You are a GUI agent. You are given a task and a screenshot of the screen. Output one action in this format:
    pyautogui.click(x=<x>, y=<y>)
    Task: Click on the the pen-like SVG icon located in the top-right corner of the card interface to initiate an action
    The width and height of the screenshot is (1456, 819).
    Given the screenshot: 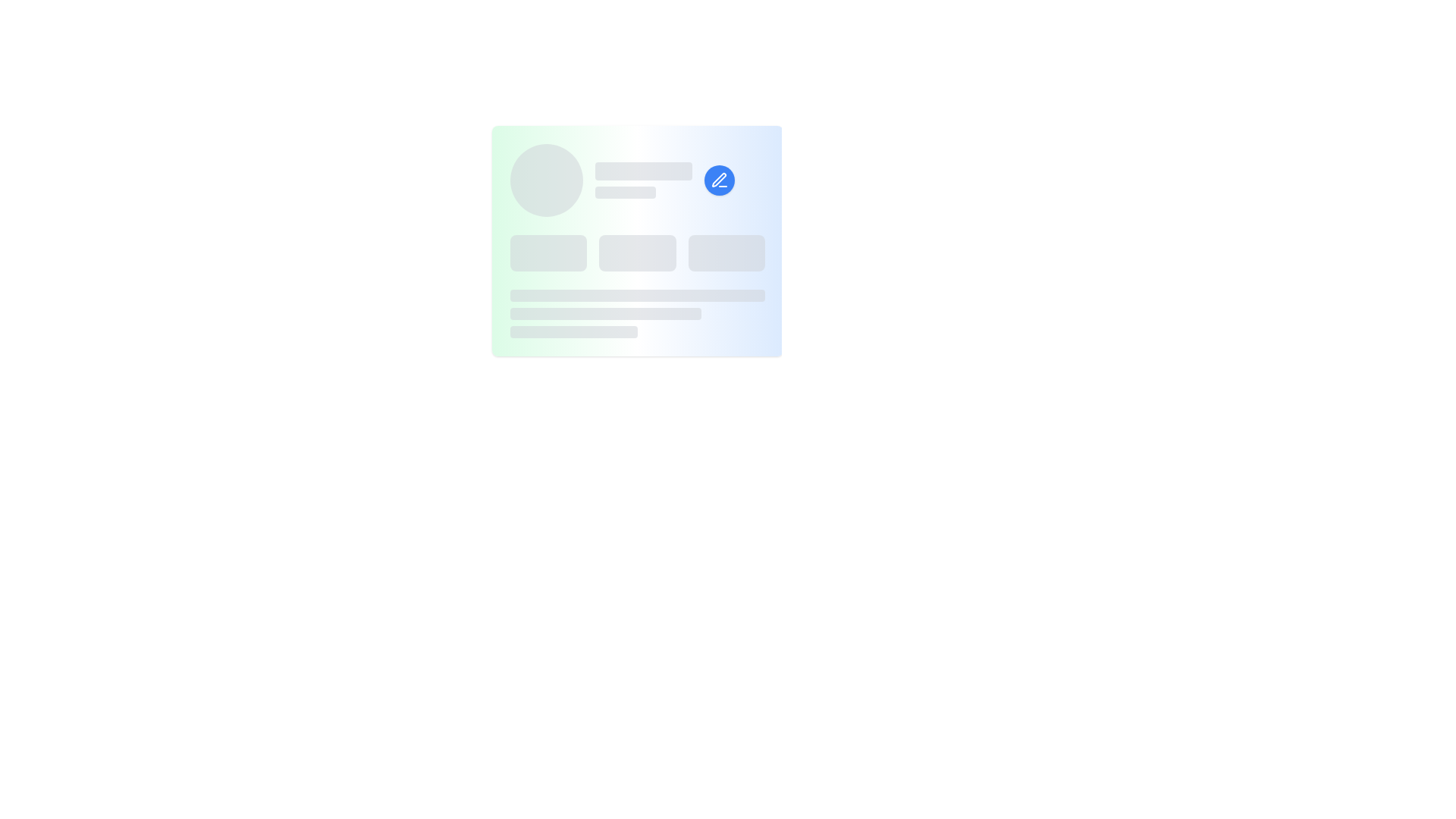 What is the action you would take?
    pyautogui.click(x=718, y=179)
    